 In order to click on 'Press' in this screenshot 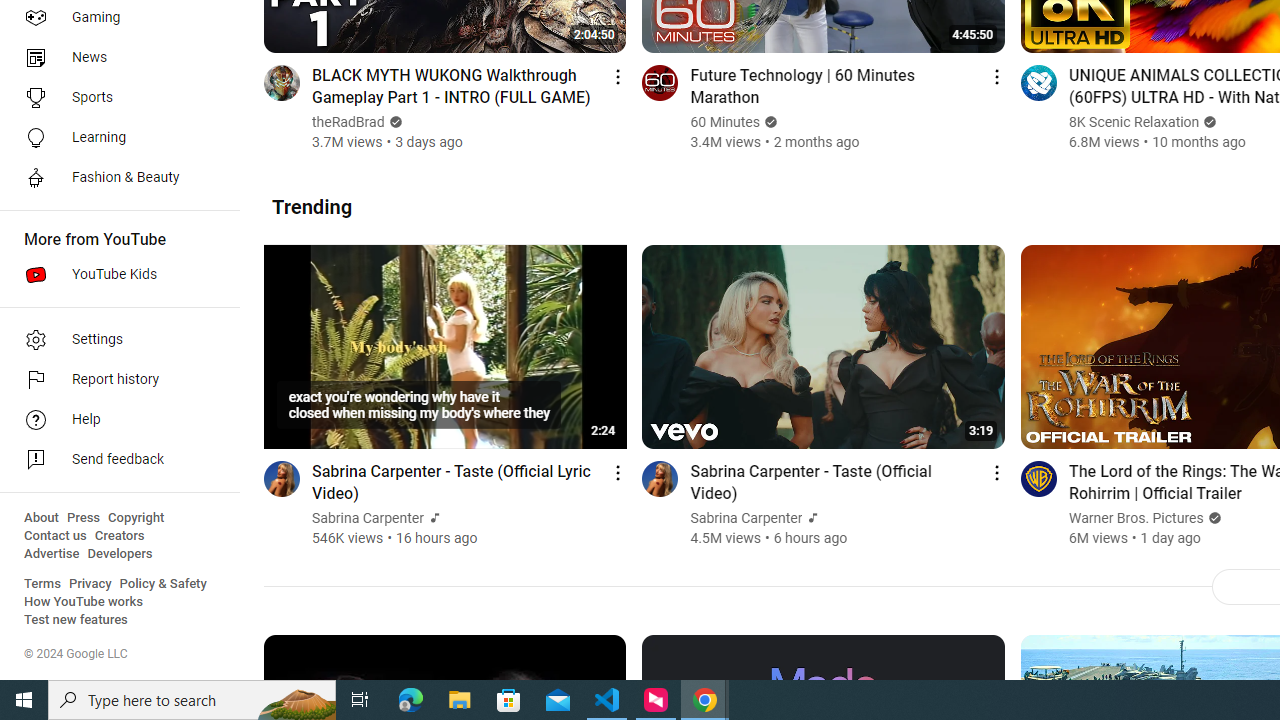, I will do `click(82, 517)`.